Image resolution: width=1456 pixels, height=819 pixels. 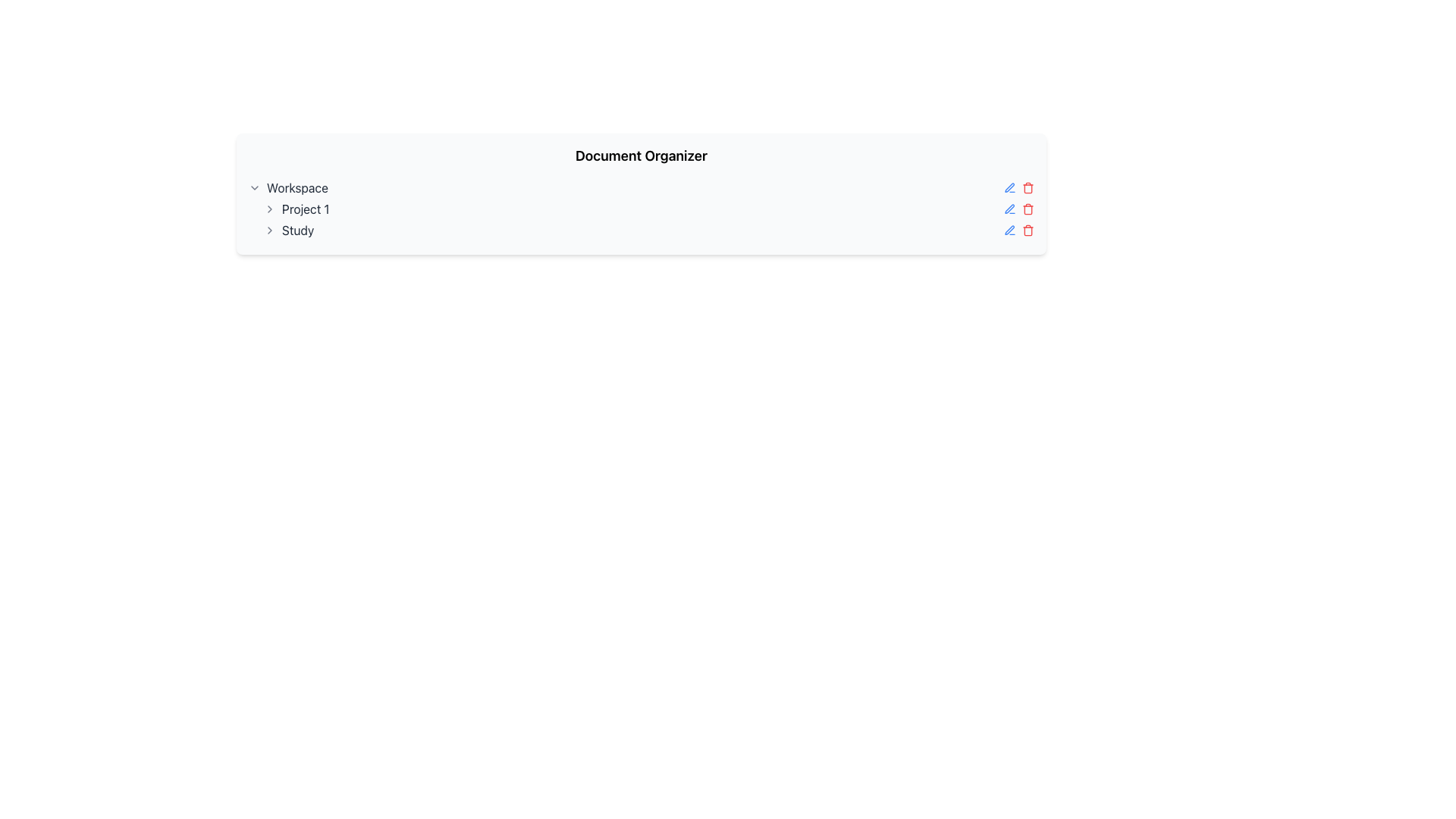 What do you see at coordinates (255, 187) in the screenshot?
I see `the downward-pointing chevron icon with a gray outline, located to the left of the 'Workspace' text` at bounding box center [255, 187].